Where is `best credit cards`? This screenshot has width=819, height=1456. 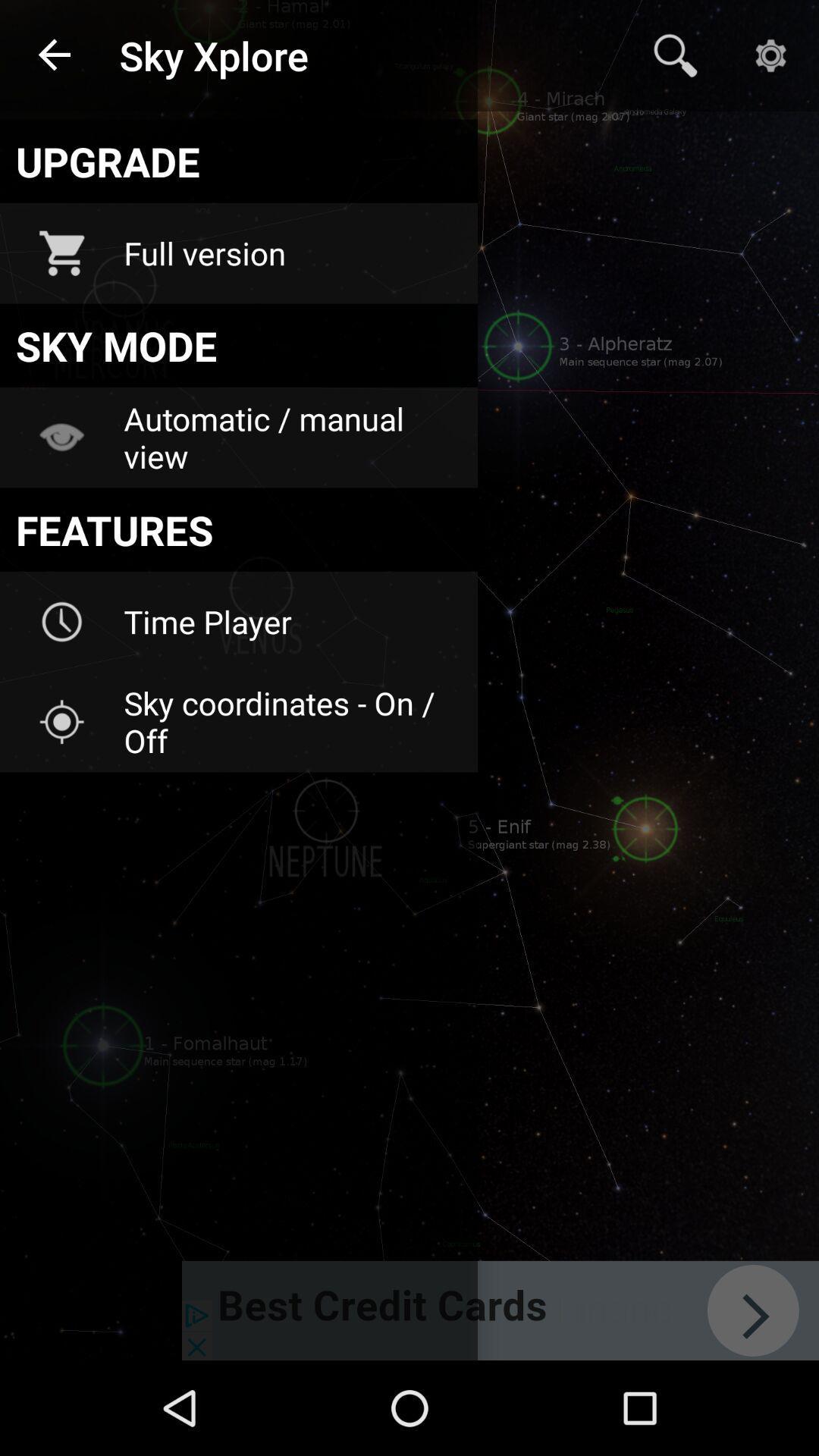
best credit cards is located at coordinates (500, 1310).